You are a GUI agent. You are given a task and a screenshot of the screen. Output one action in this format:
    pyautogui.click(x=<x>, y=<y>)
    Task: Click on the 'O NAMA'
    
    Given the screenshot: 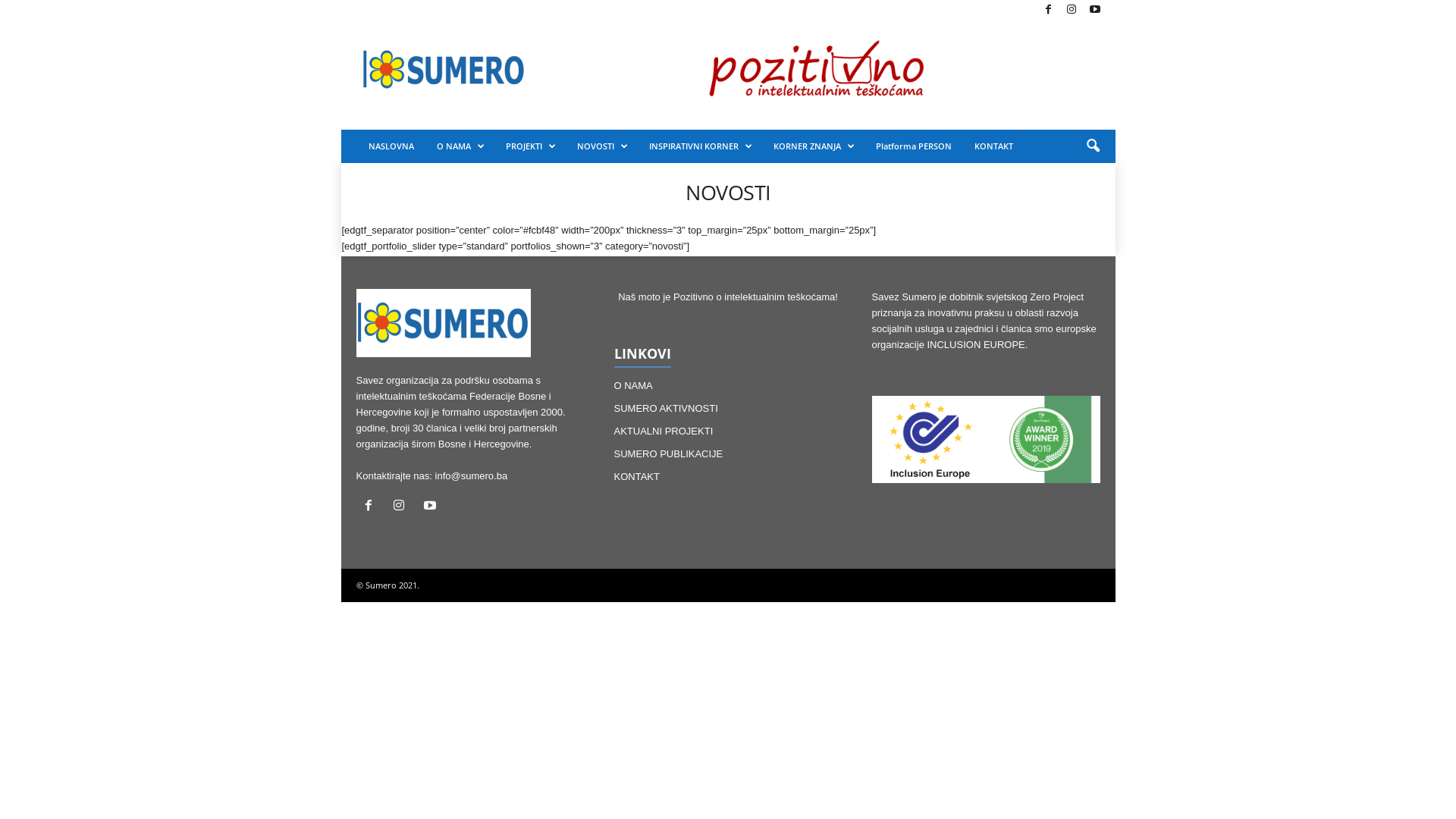 What is the action you would take?
    pyautogui.click(x=633, y=384)
    